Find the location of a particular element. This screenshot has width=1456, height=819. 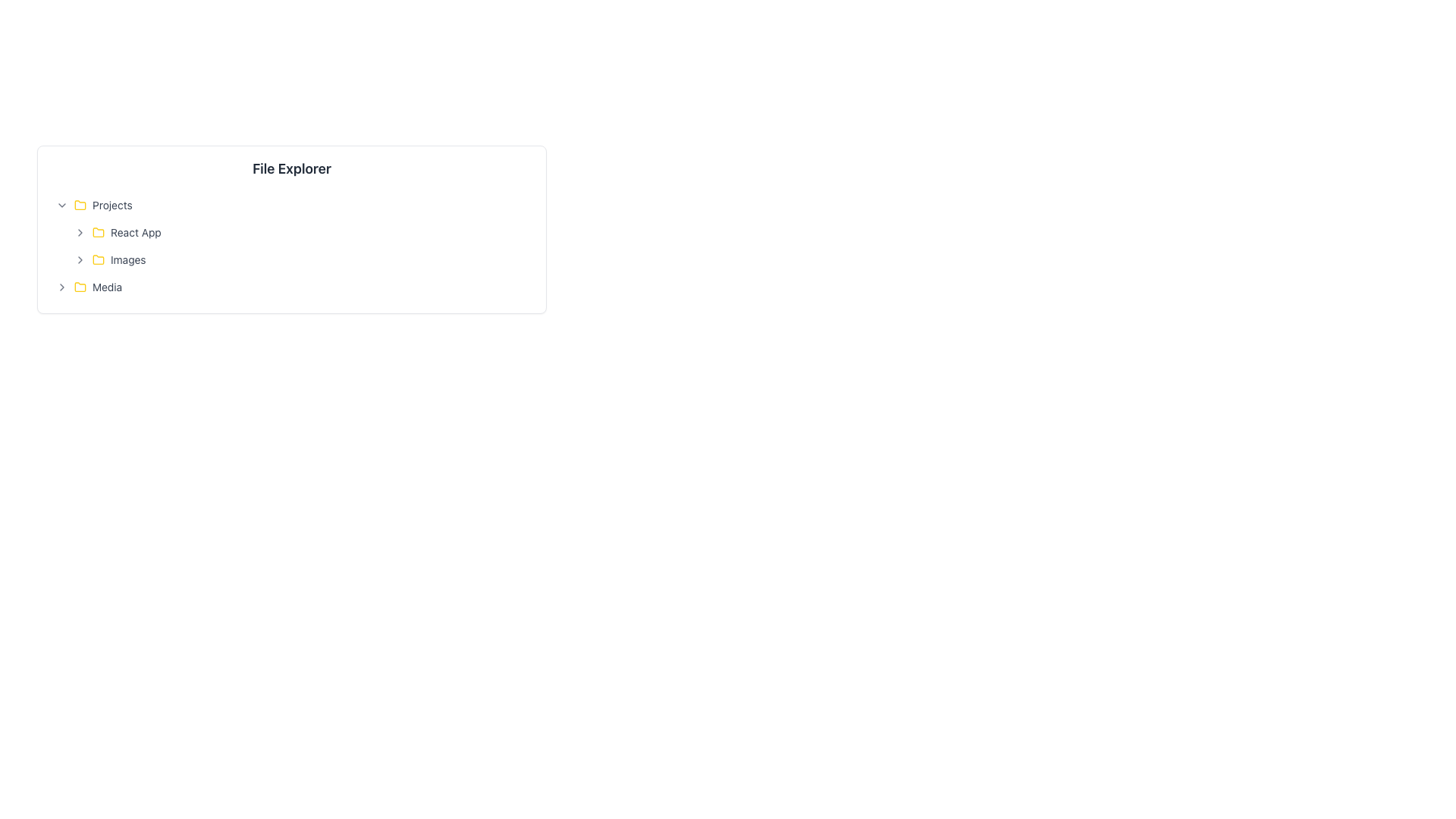

the yellow folder icon in the 'Projects' group, which represents a collection of items in a file explorer context is located at coordinates (79, 205).